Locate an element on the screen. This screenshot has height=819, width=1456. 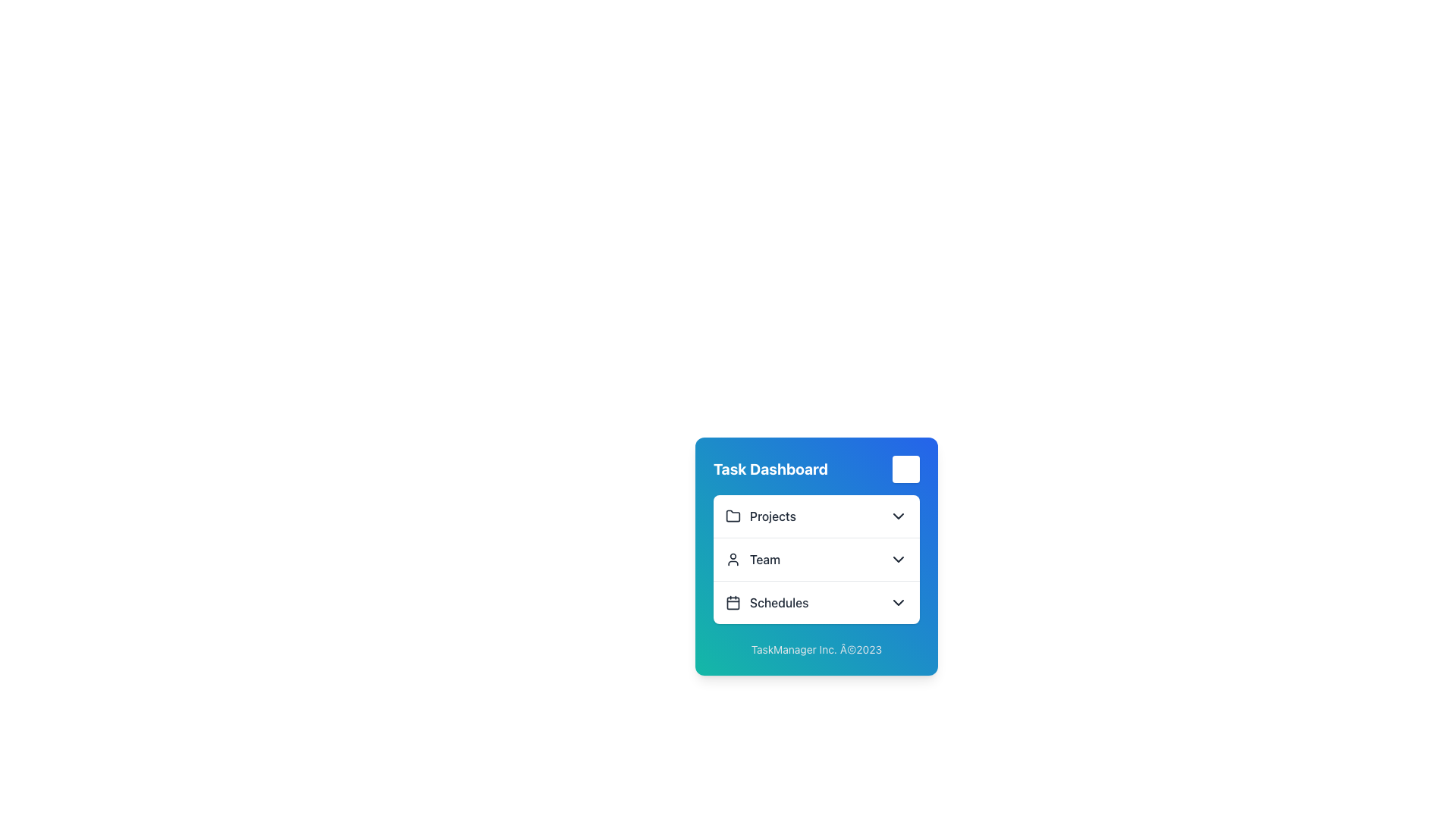
the small black person icon in the second row of the menu list in the 'Task Dashboard' area is located at coordinates (733, 559).